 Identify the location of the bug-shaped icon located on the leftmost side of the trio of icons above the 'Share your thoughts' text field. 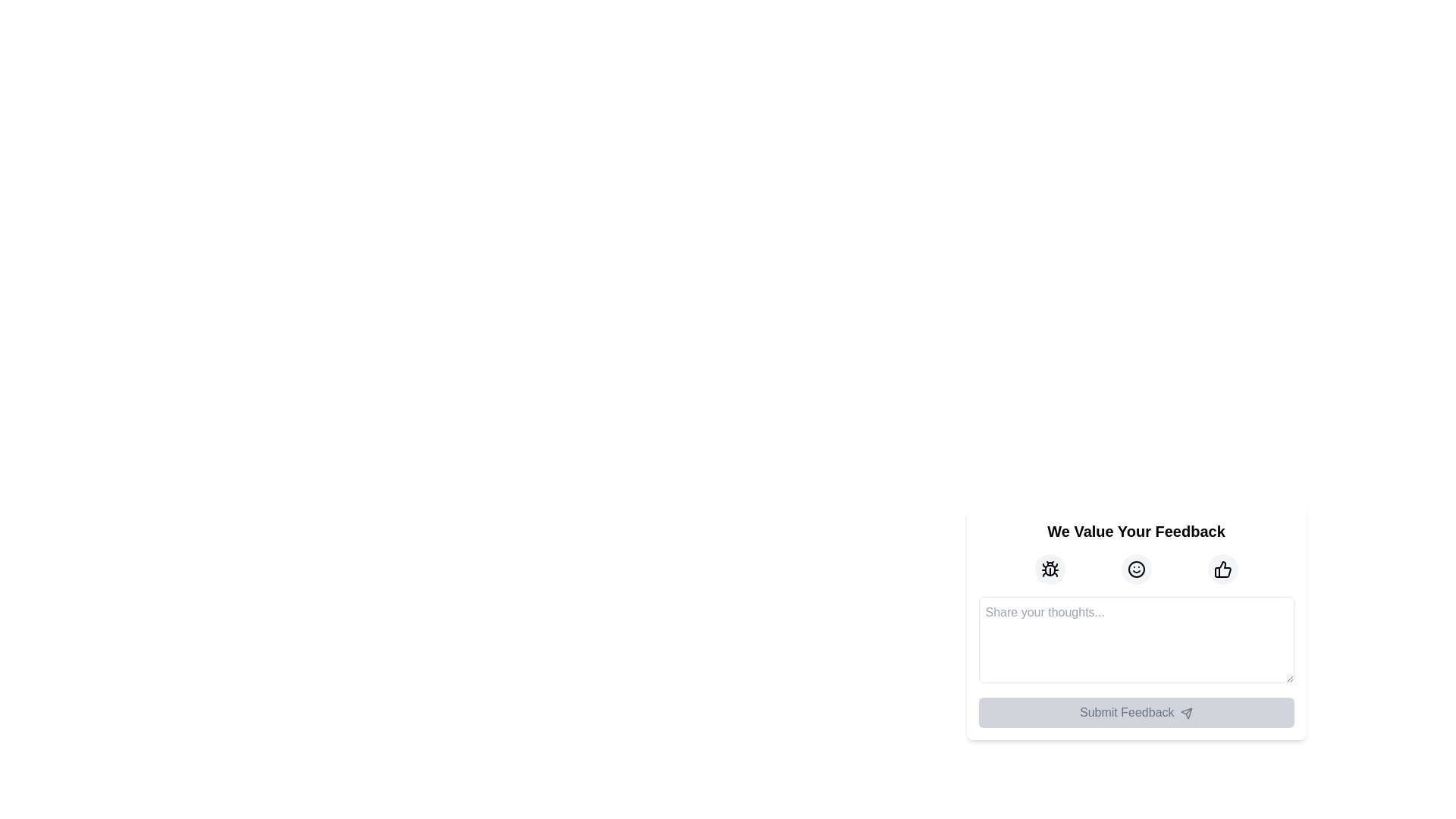
(1049, 570).